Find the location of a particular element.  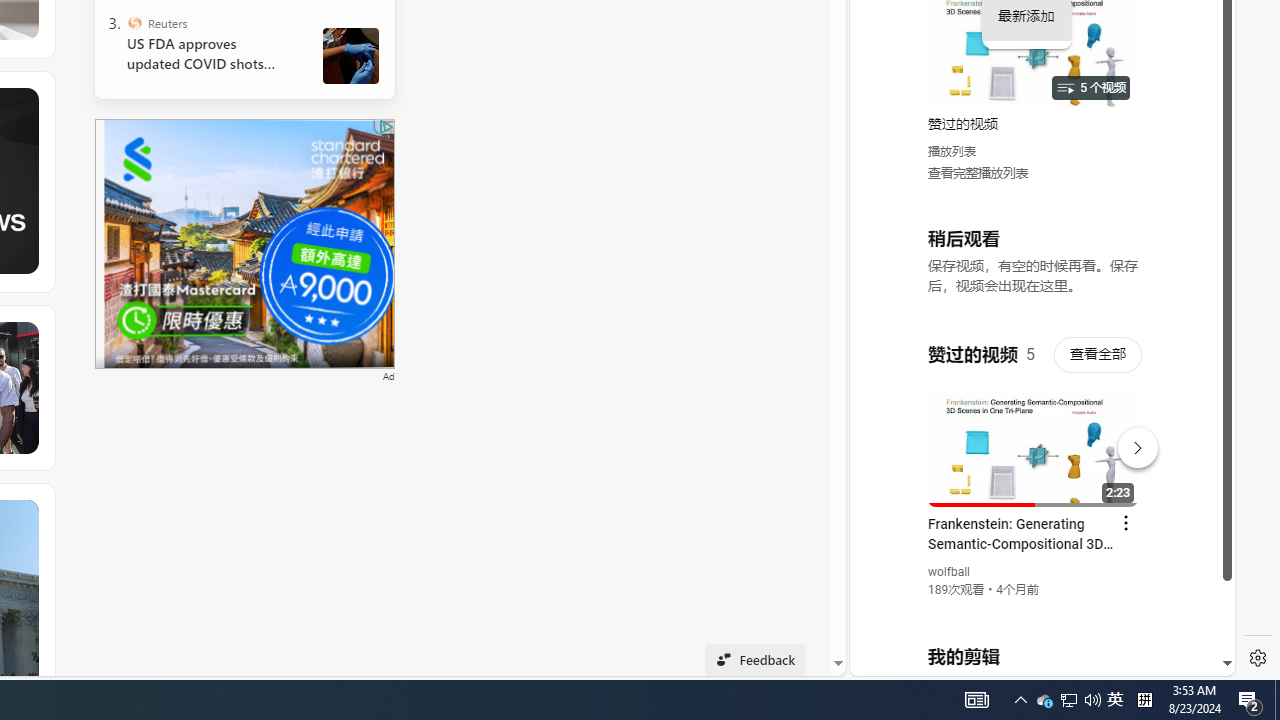

'wolfball' is located at coordinates (948, 572).